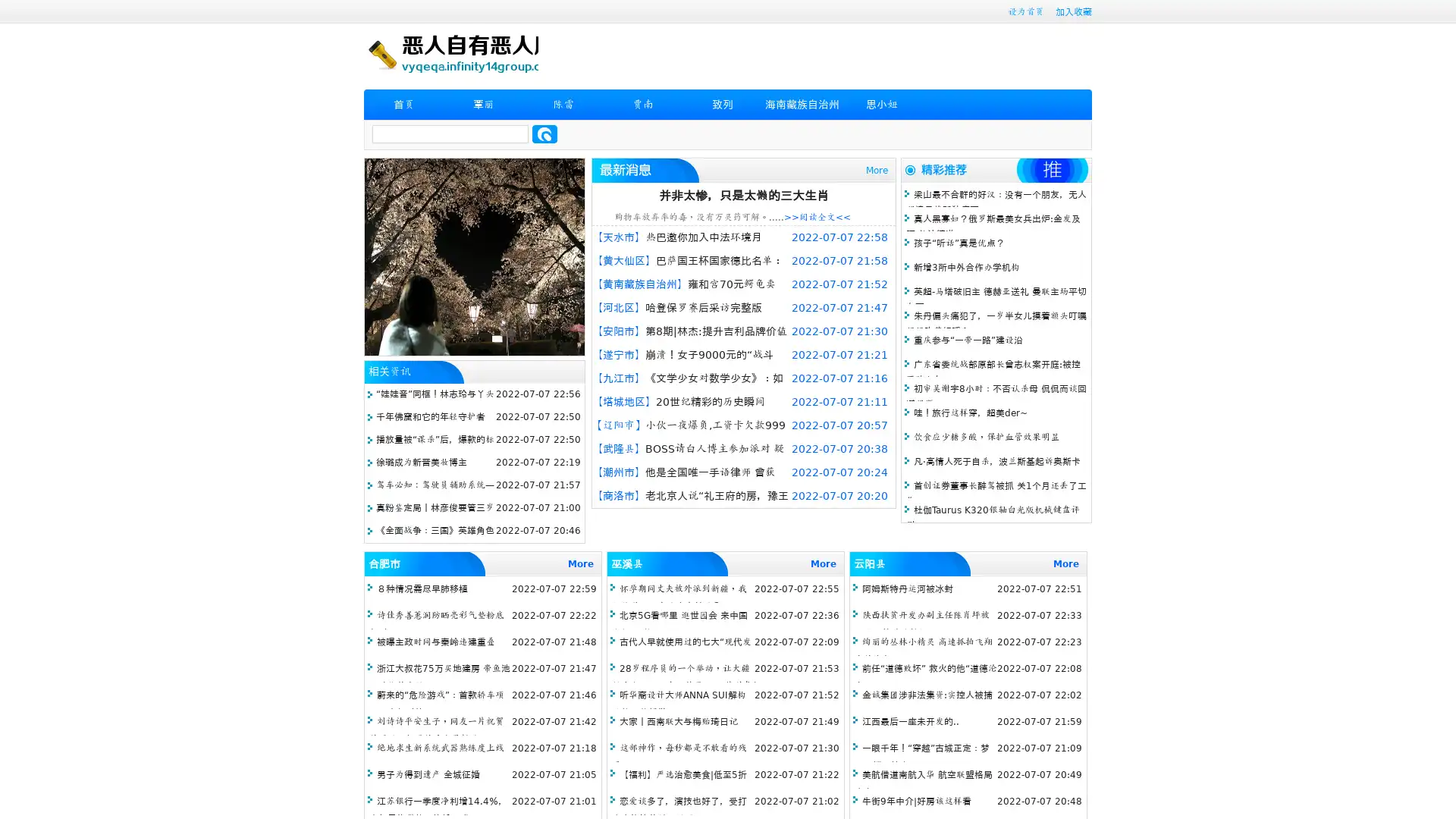 The width and height of the screenshot is (1456, 819). Describe the element at coordinates (544, 133) in the screenshot. I see `Search` at that location.